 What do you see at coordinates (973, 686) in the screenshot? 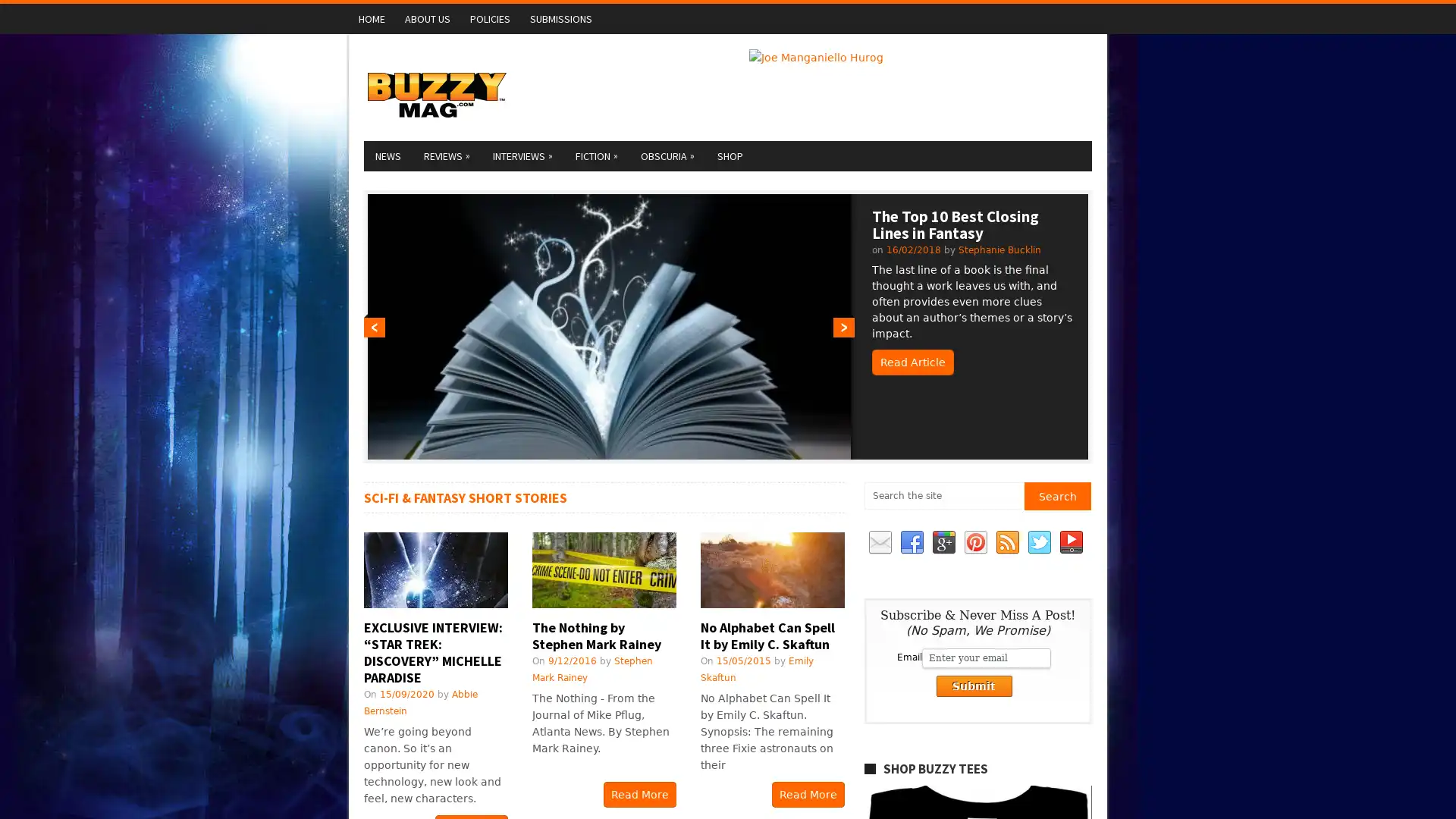
I see `Submit` at bounding box center [973, 686].